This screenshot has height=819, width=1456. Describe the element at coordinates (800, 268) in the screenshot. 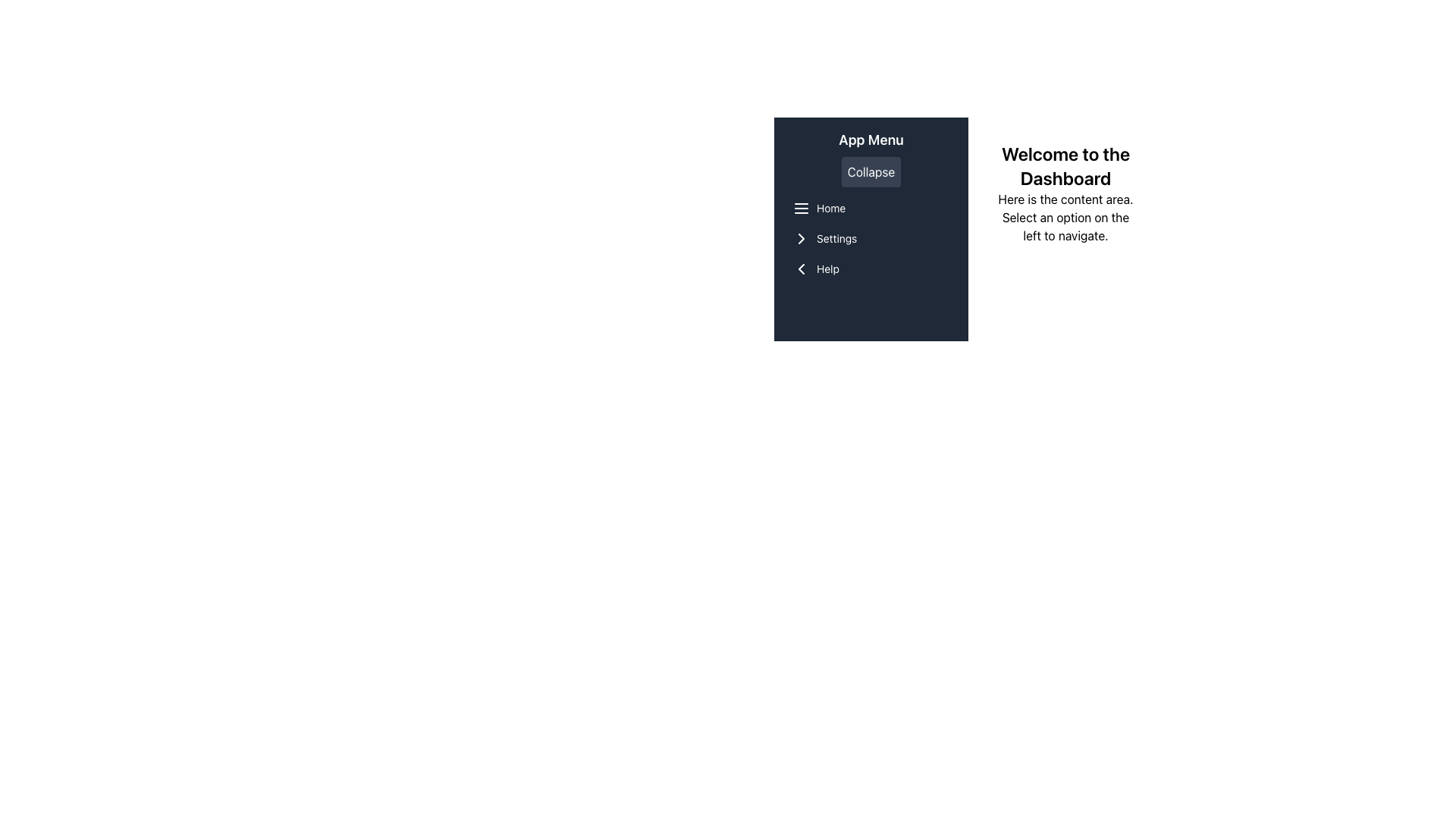

I see `the chevron icon located in the sidebar section of the dark-themed navigation menu to interact with the navigation functionality` at that location.